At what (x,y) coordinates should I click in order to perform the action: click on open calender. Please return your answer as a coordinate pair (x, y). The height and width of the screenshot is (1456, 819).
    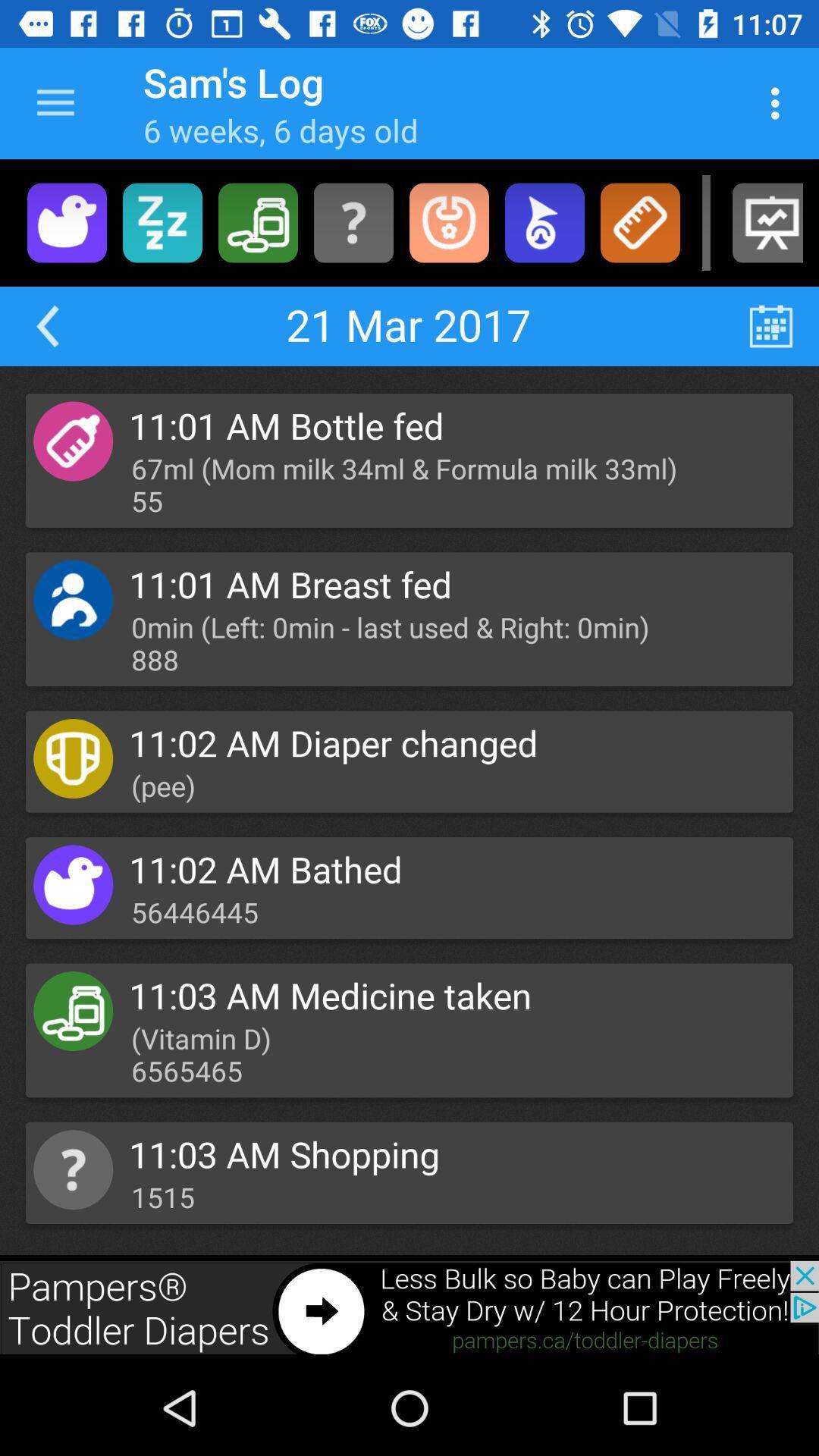
    Looking at the image, I should click on (771, 325).